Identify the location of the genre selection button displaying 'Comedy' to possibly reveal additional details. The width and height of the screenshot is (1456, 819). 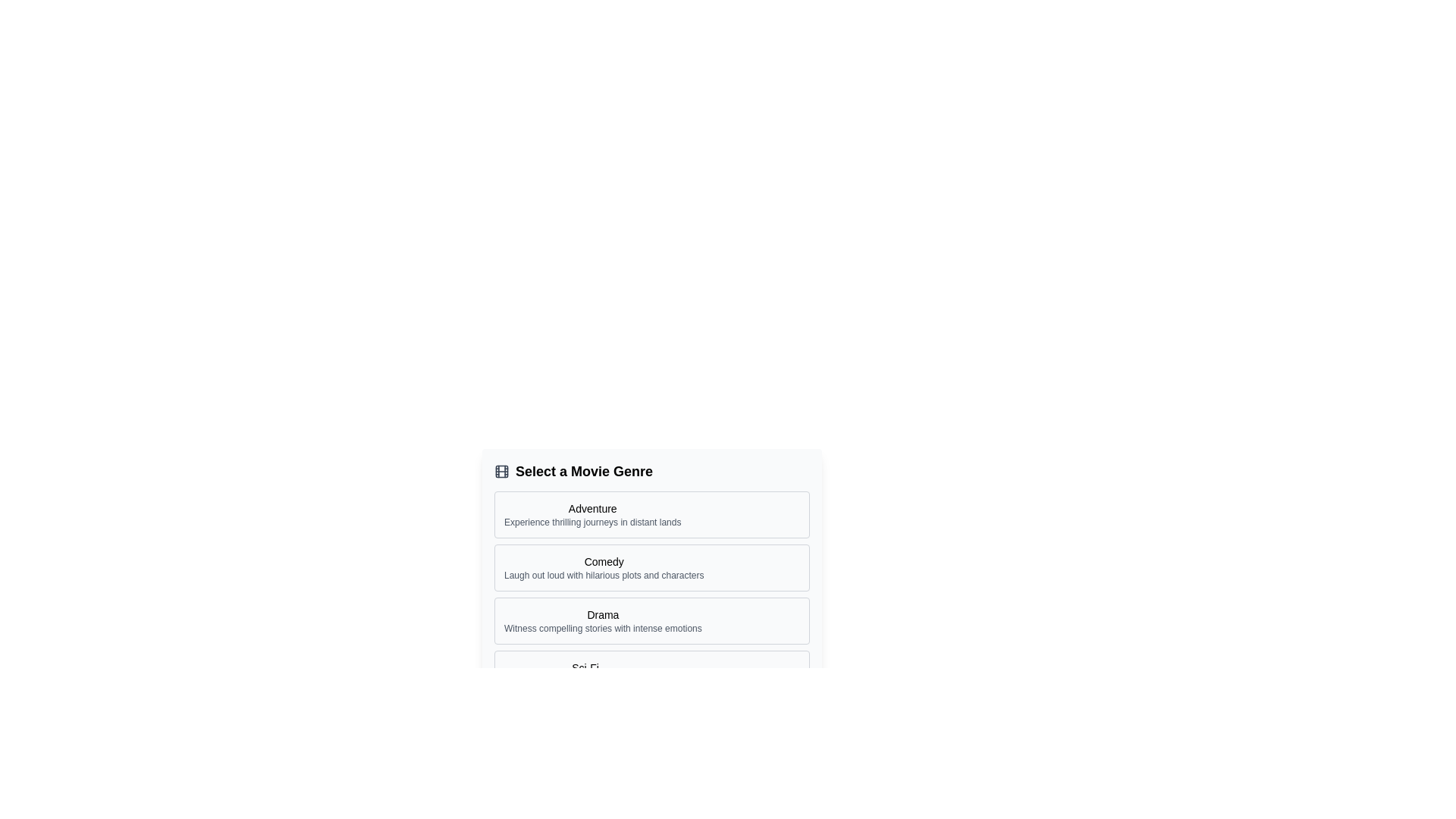
(603, 567).